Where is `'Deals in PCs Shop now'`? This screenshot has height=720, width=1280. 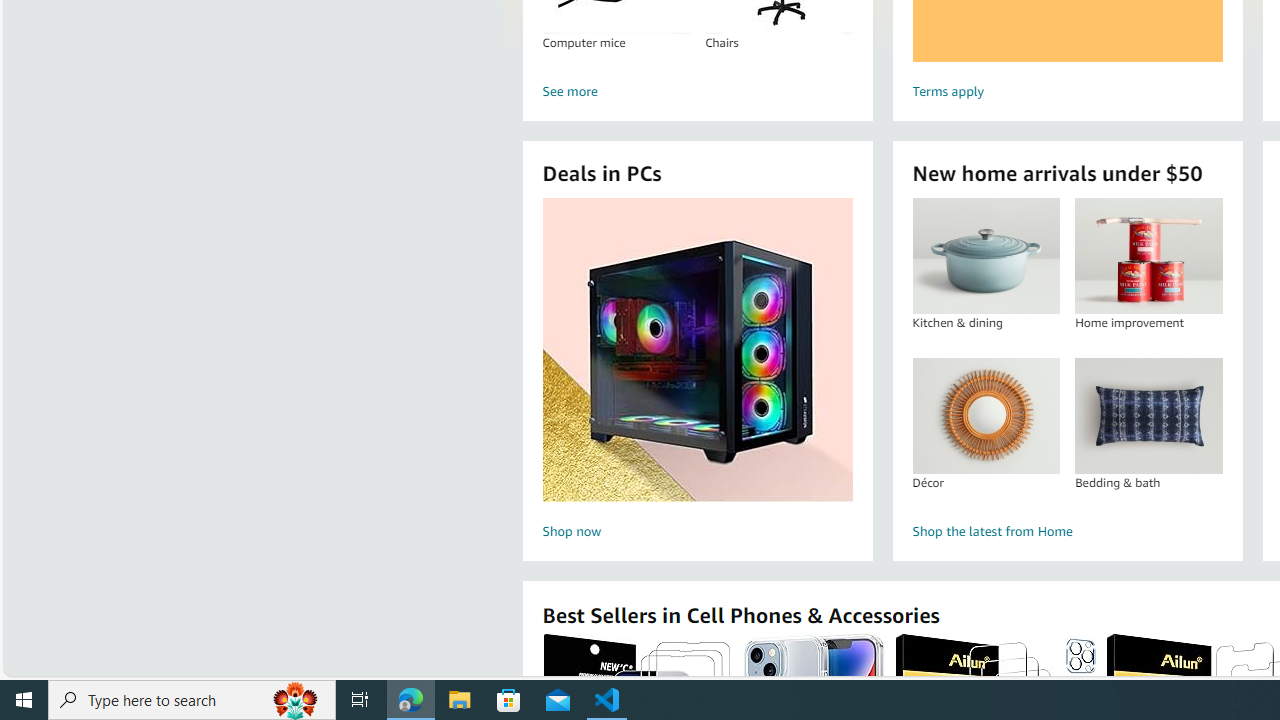 'Deals in PCs Shop now' is located at coordinates (697, 371).